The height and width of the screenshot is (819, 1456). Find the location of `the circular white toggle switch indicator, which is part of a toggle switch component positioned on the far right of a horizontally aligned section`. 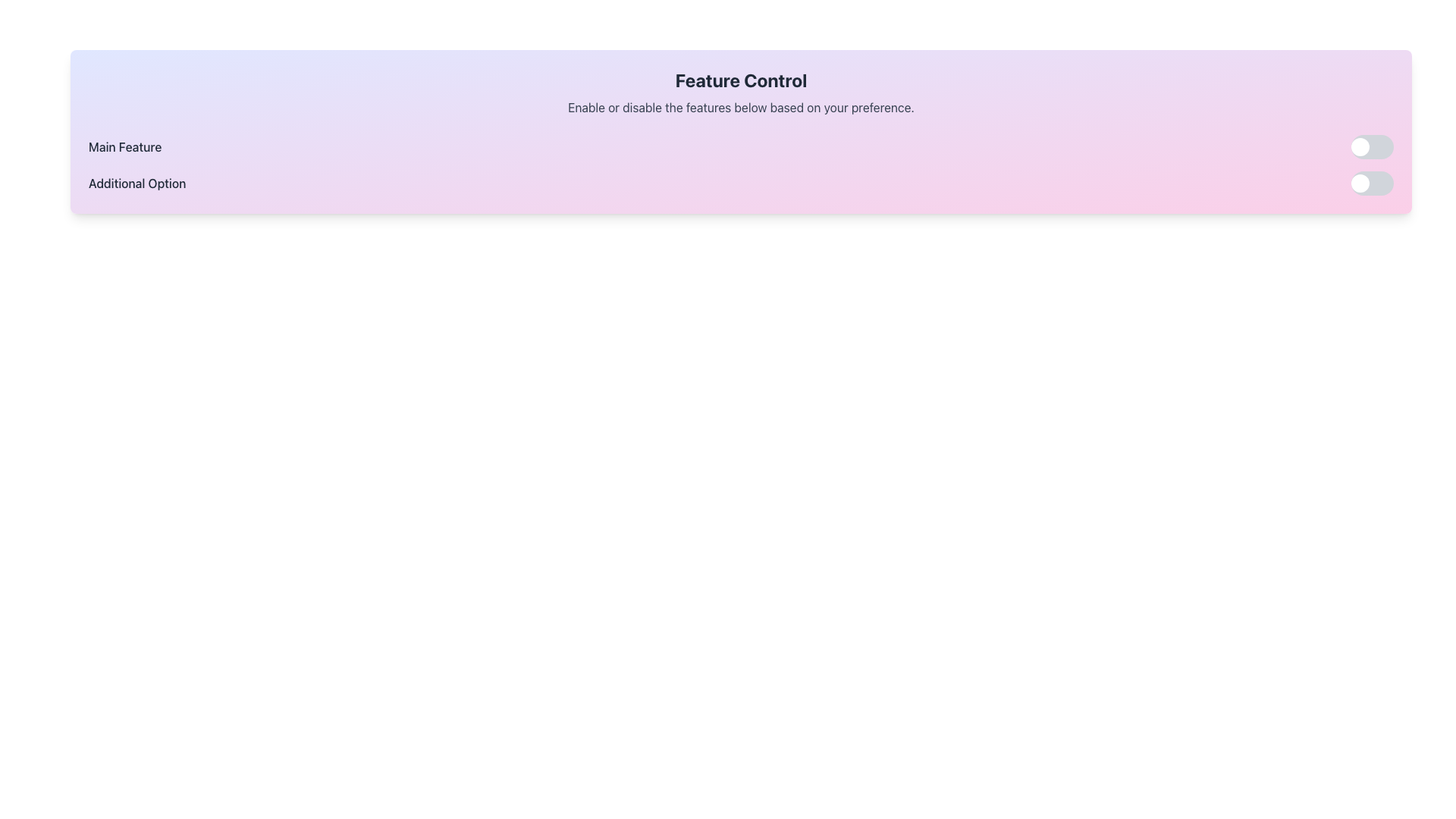

the circular white toggle switch indicator, which is part of a toggle switch component positioned on the far right of a horizontally aligned section is located at coordinates (1360, 146).